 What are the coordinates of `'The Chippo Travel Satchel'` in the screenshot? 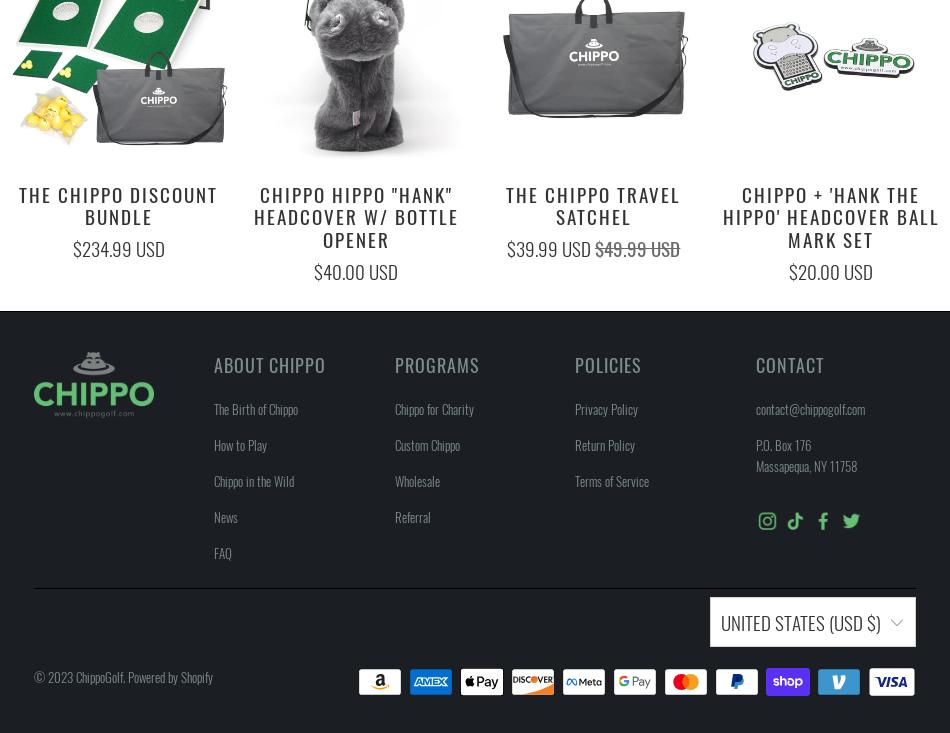 It's located at (593, 203).